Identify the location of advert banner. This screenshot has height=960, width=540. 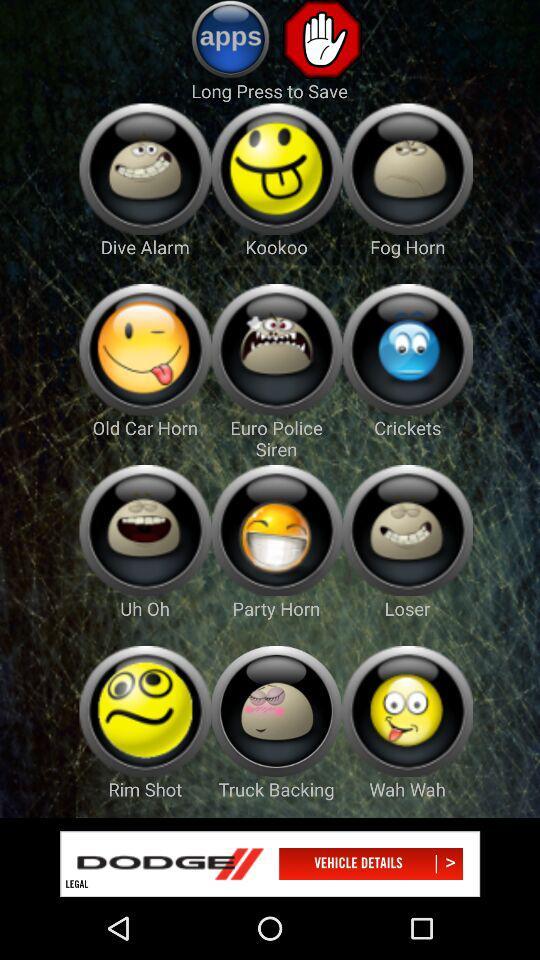
(270, 863).